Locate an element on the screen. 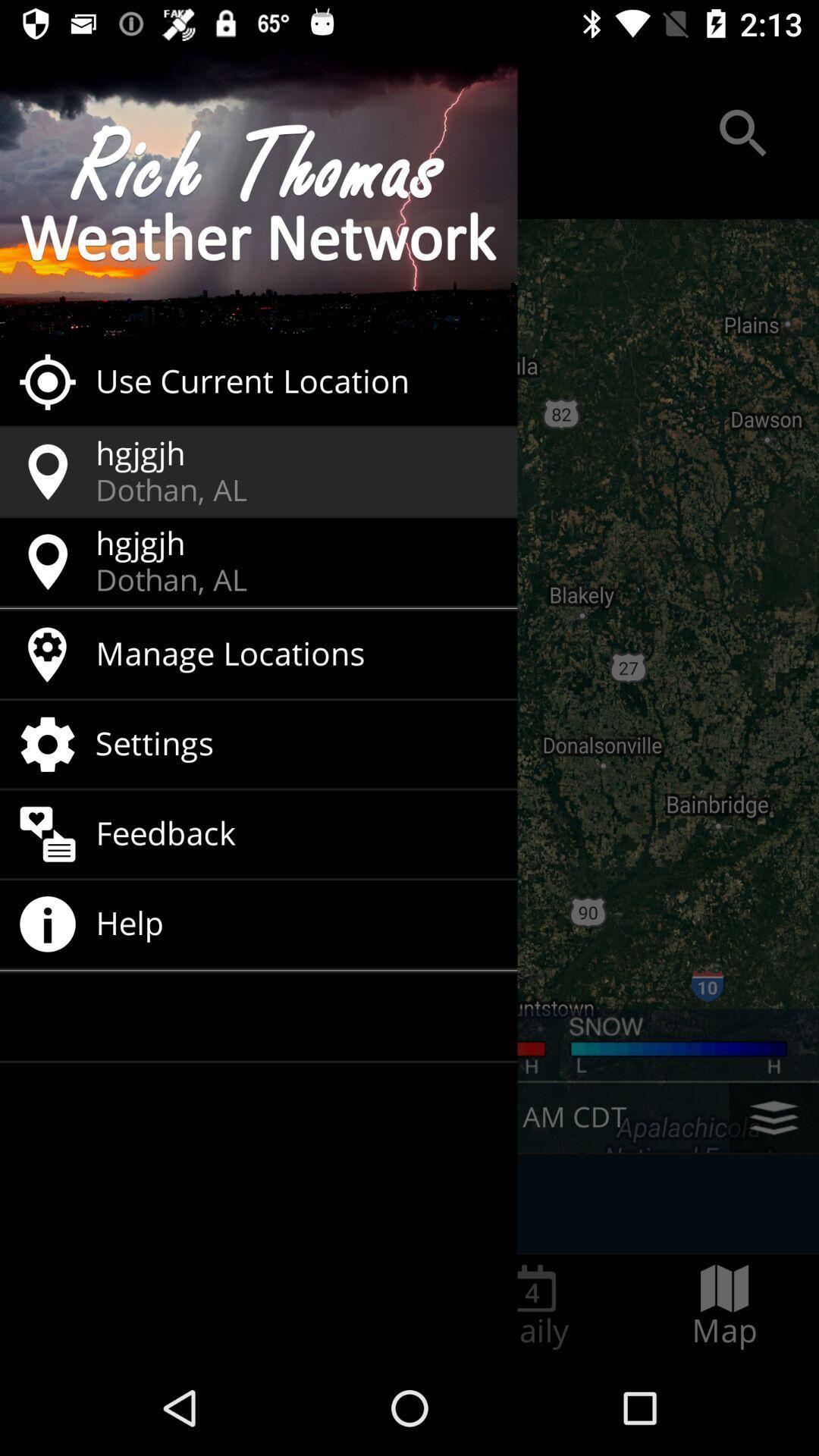 Image resolution: width=819 pixels, height=1456 pixels. the icon just below the 213 at the top right corner is located at coordinates (742, 133).